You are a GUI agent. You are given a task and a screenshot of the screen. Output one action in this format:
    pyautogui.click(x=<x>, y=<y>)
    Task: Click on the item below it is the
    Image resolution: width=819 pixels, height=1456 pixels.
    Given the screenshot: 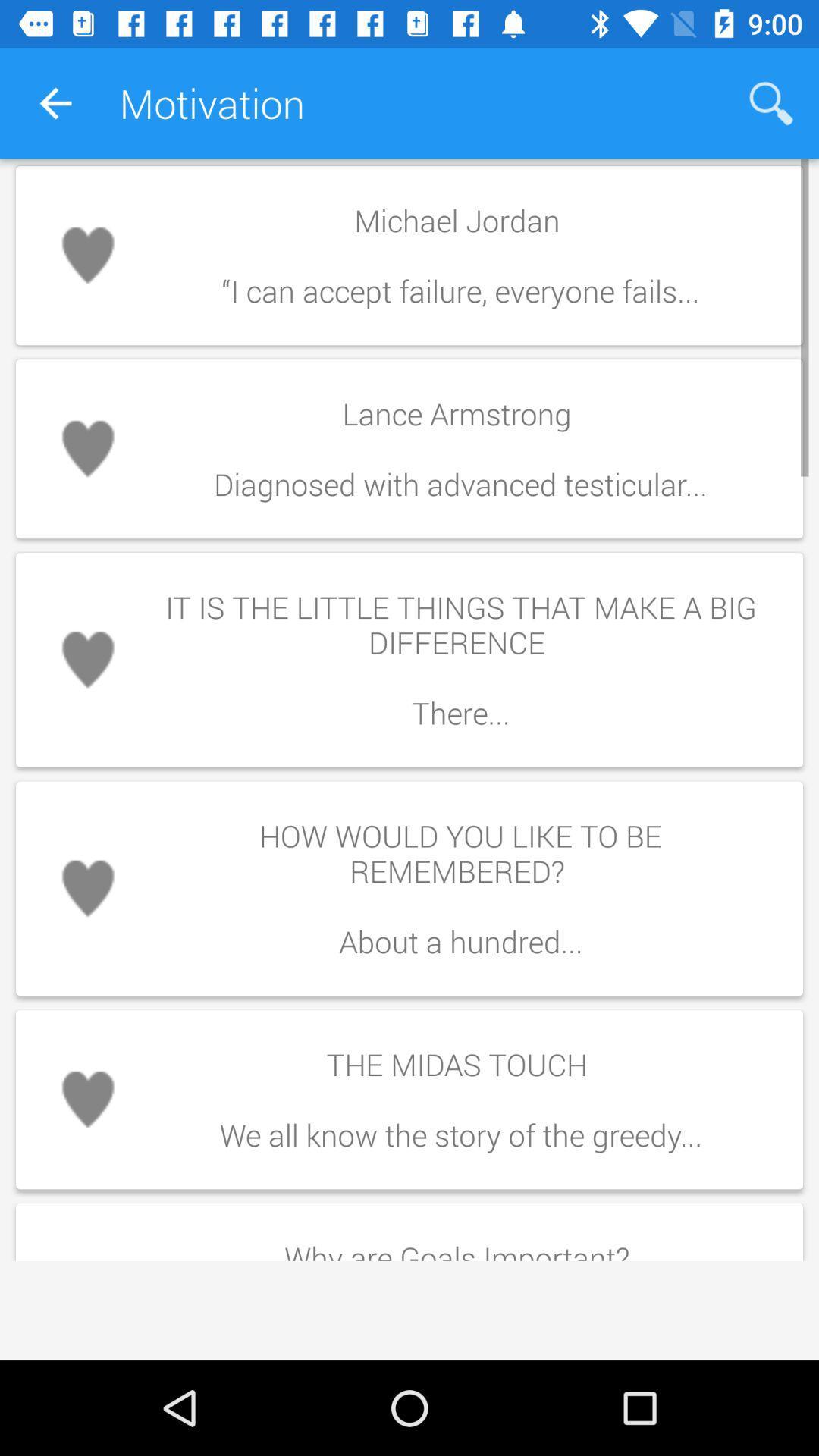 What is the action you would take?
    pyautogui.click(x=460, y=888)
    